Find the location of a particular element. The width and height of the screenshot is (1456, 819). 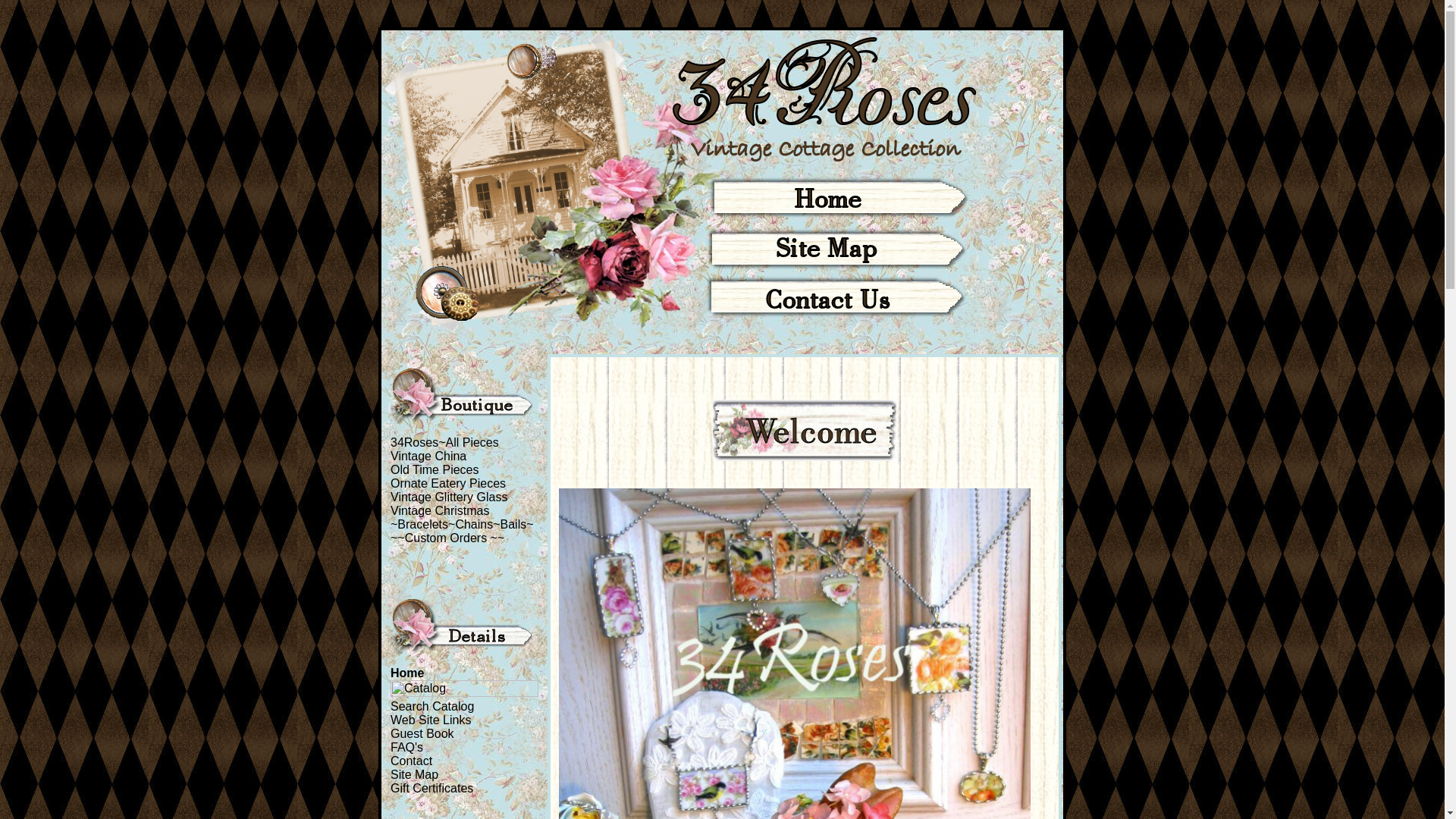

'Site Map' is located at coordinates (414, 774).